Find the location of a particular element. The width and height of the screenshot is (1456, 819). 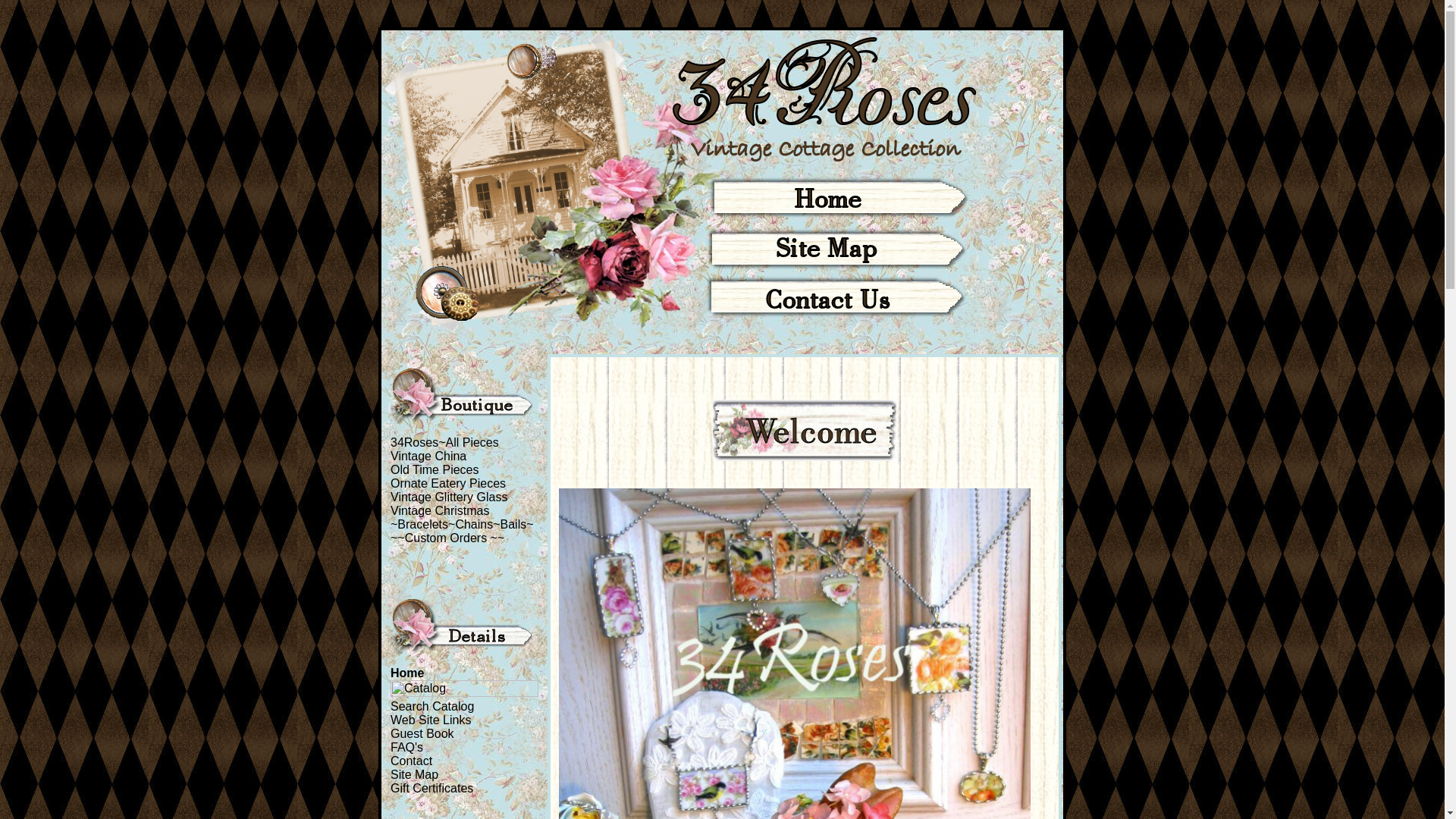

'Site Map' is located at coordinates (414, 774).